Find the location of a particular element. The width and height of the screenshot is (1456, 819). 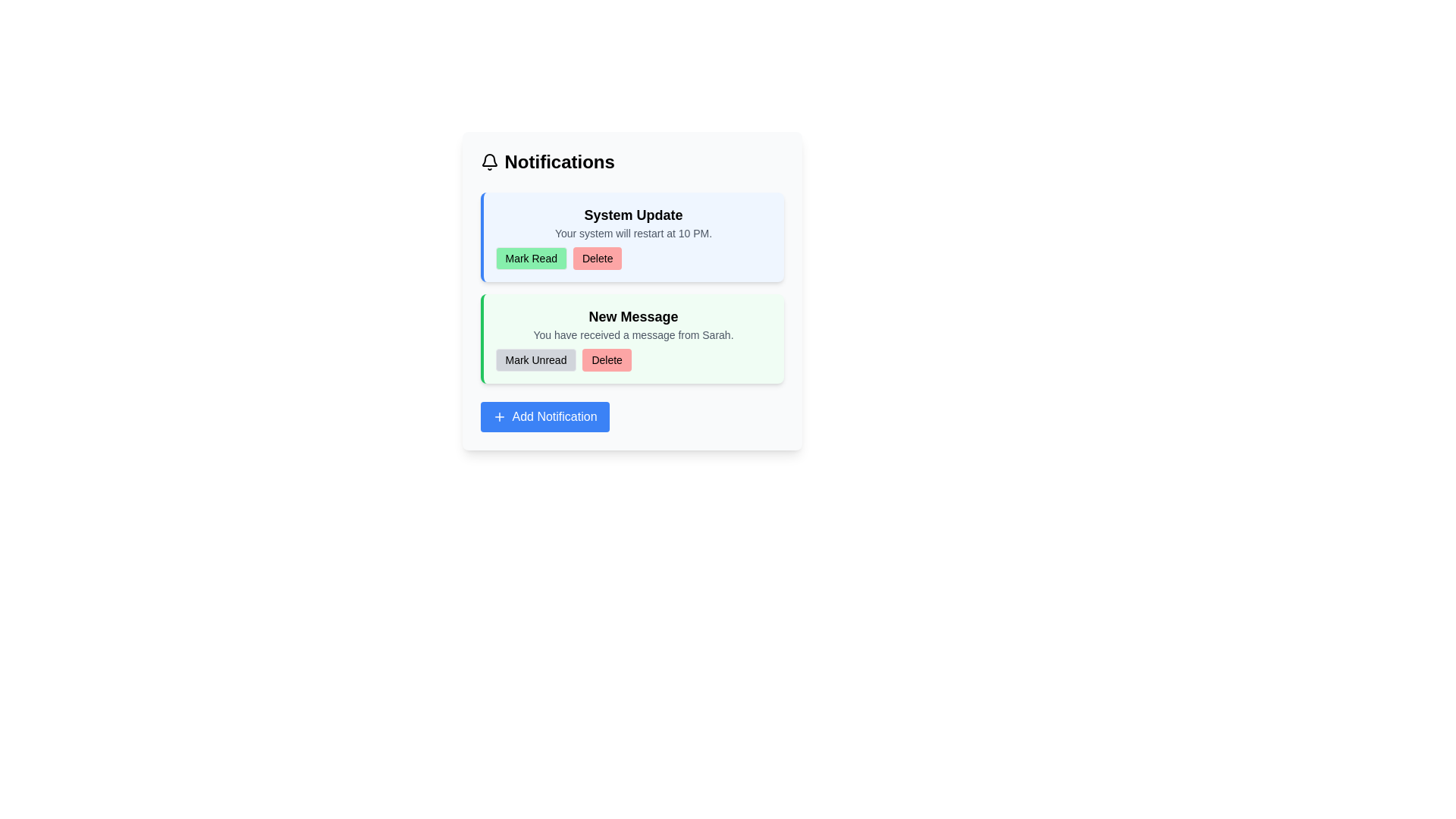

the 'Delete' button in the action bar of the 'System Update' notification is located at coordinates (633, 257).